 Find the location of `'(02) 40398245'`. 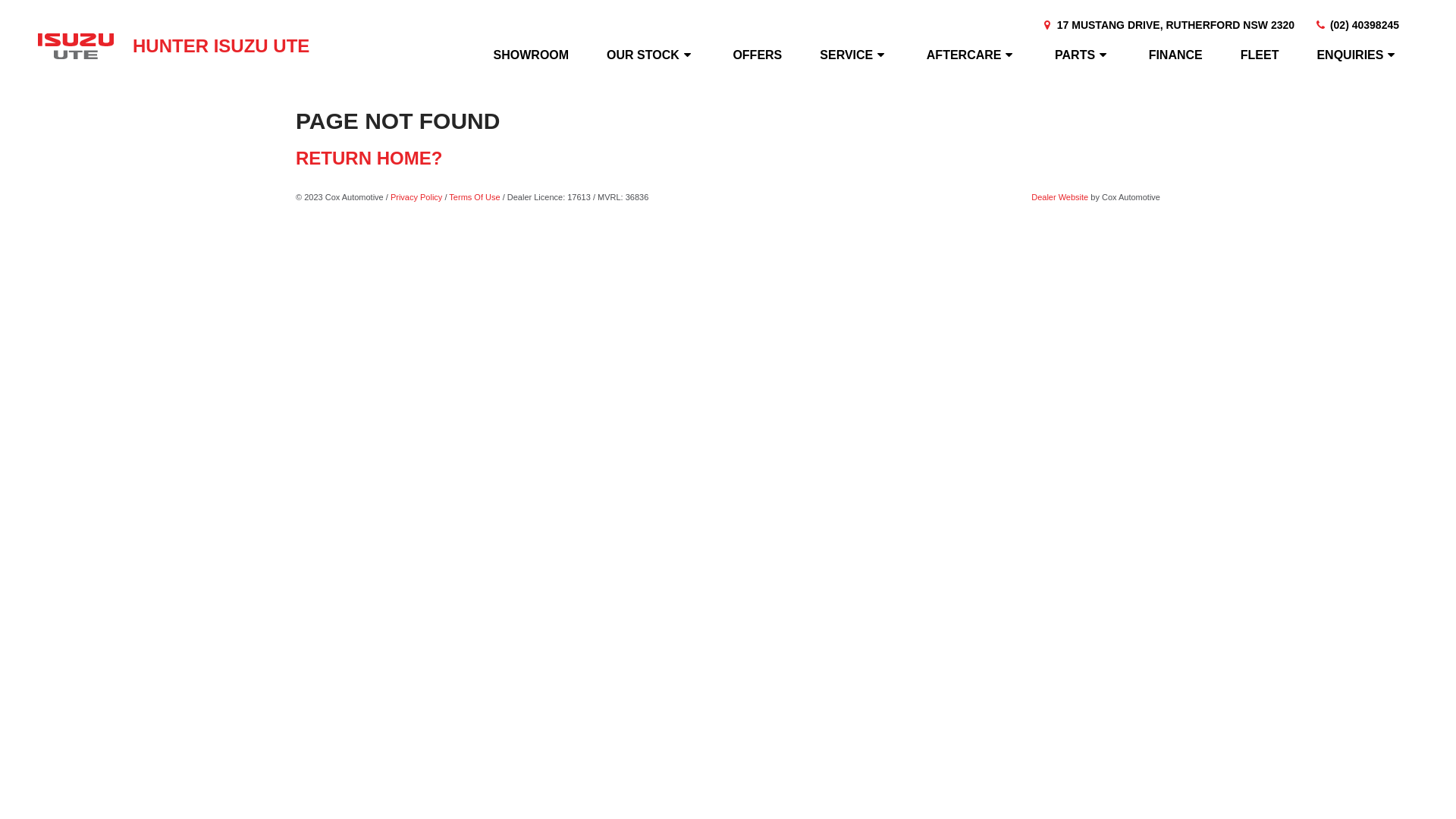

'(02) 40398245' is located at coordinates (1356, 25).